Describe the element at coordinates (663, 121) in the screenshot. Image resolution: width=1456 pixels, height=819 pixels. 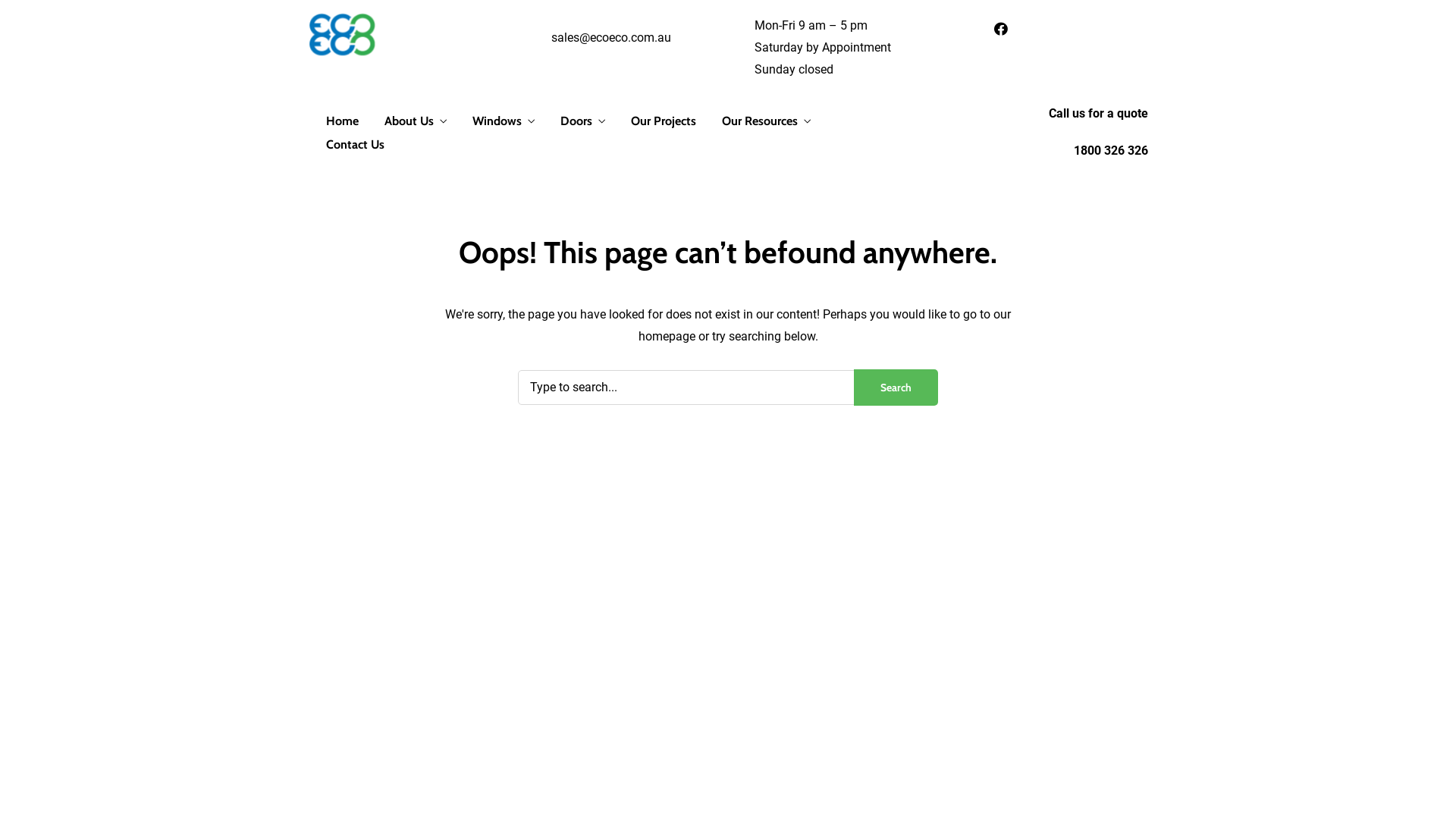
I see `'Our Projects'` at that location.